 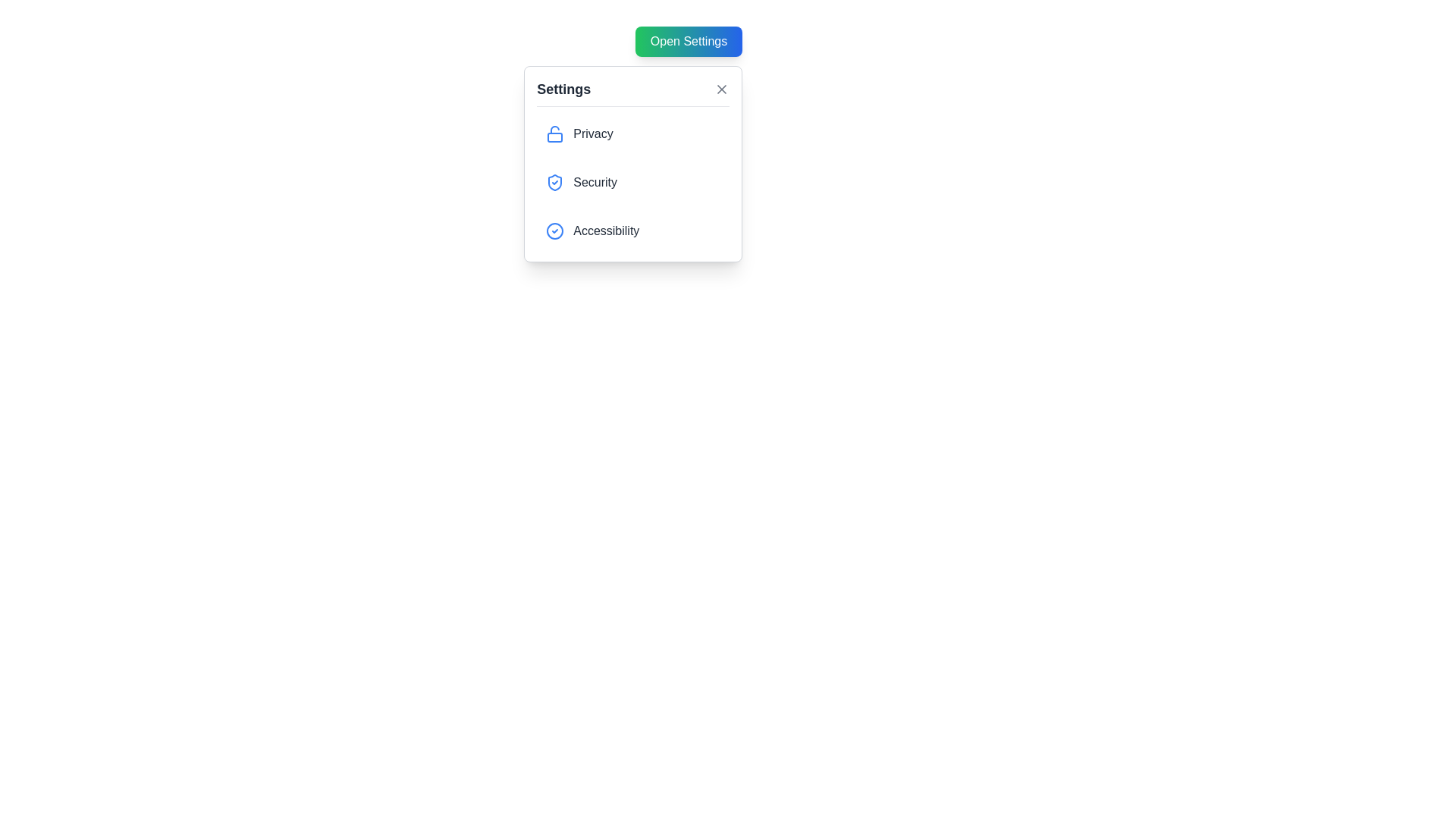 I want to click on the 'Security' option in the List element, so click(x=633, y=181).